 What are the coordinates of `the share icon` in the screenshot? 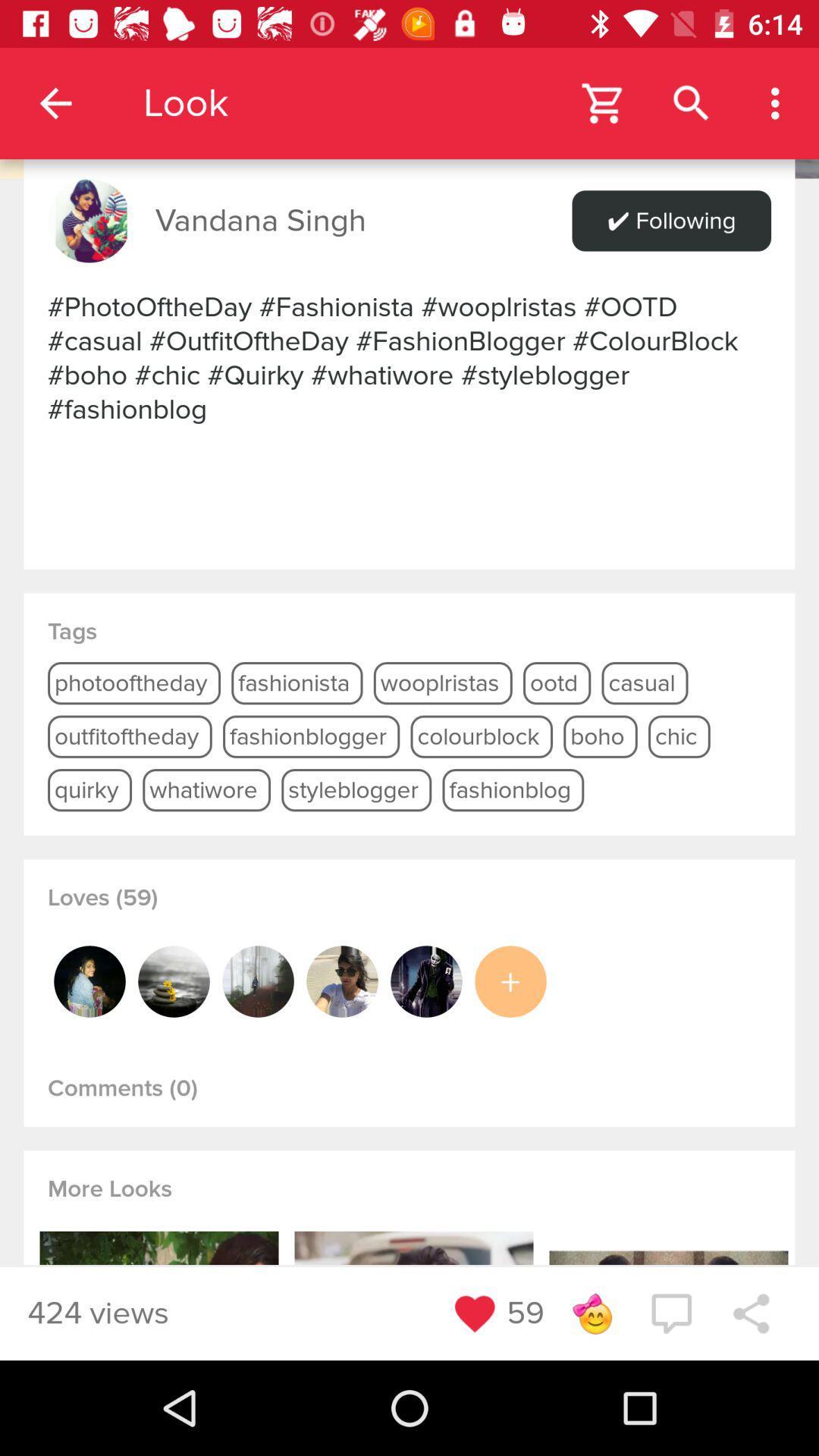 It's located at (751, 1313).